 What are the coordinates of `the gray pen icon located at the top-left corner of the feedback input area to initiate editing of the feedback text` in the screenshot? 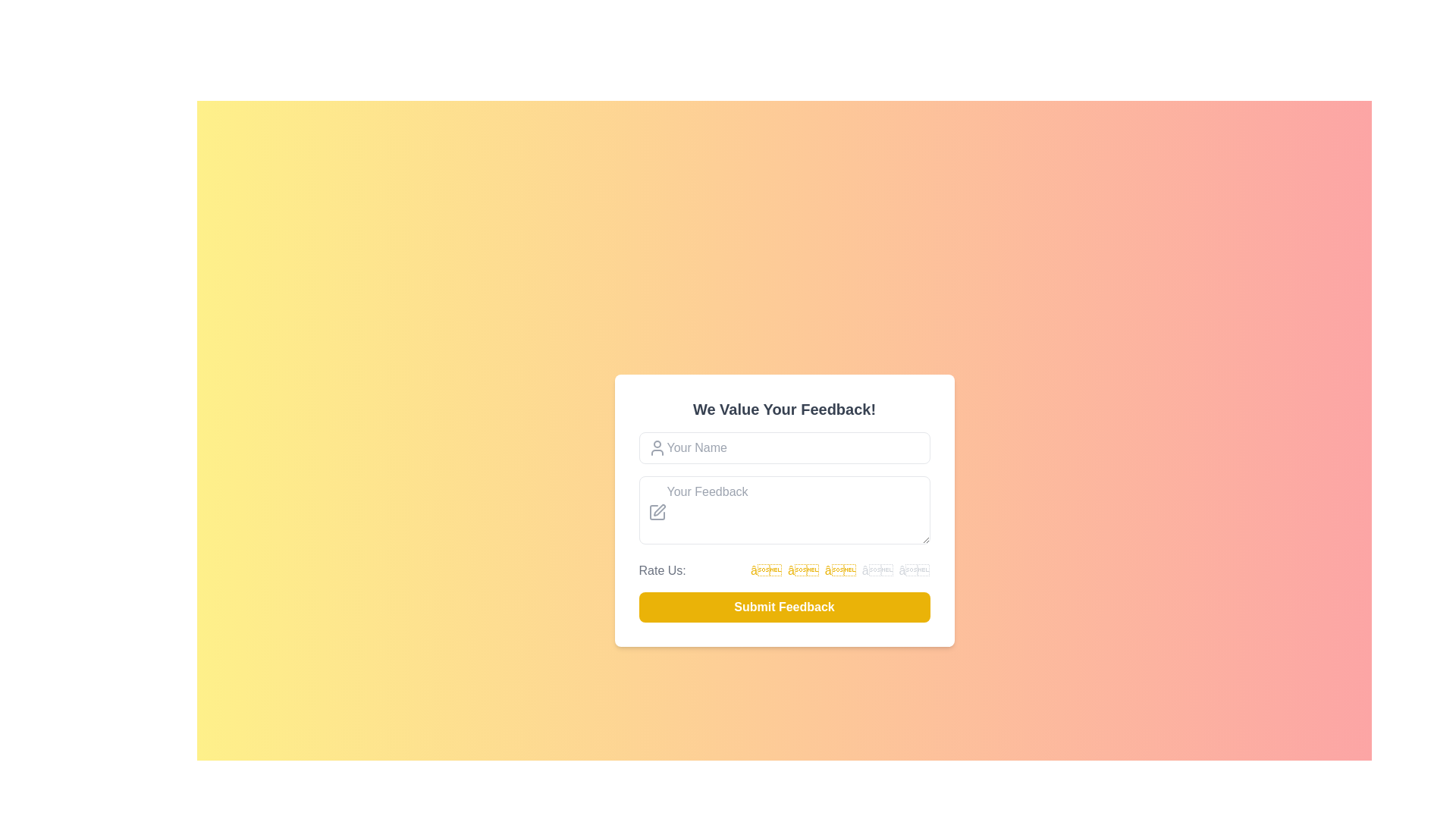 It's located at (657, 512).